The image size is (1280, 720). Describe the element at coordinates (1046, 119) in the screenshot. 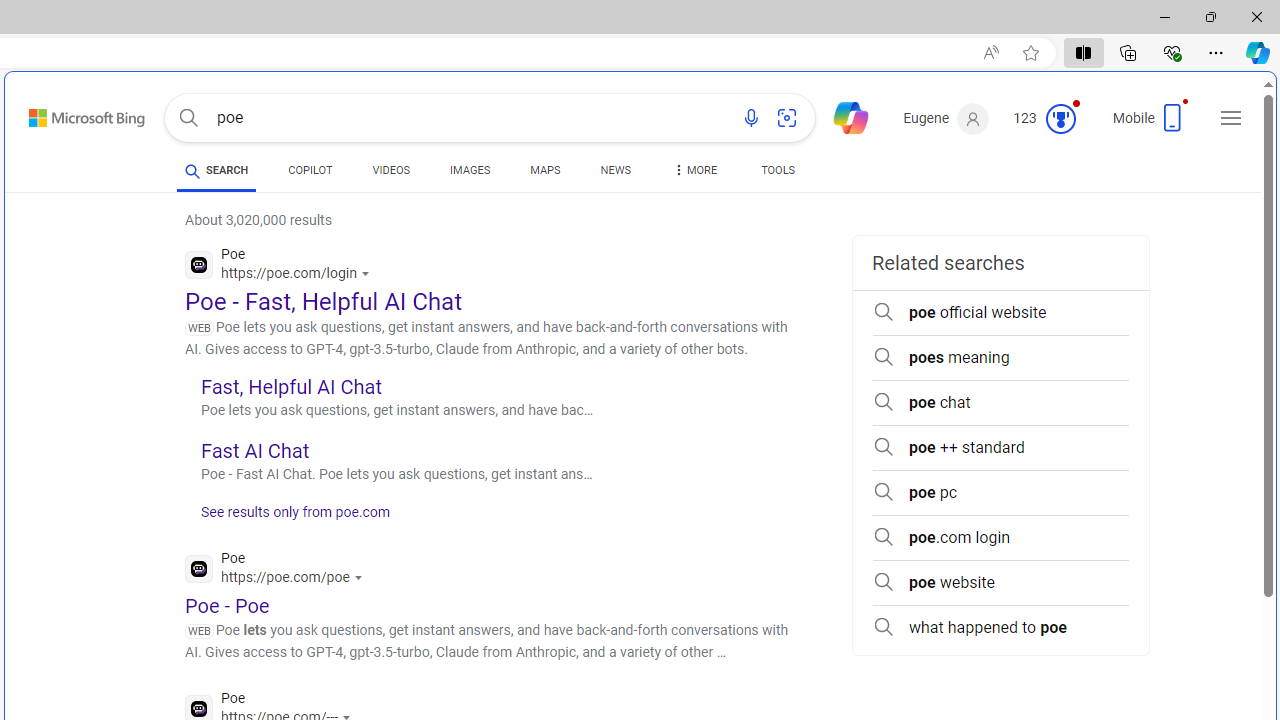

I see `'Microsoft Rewards 123'` at that location.